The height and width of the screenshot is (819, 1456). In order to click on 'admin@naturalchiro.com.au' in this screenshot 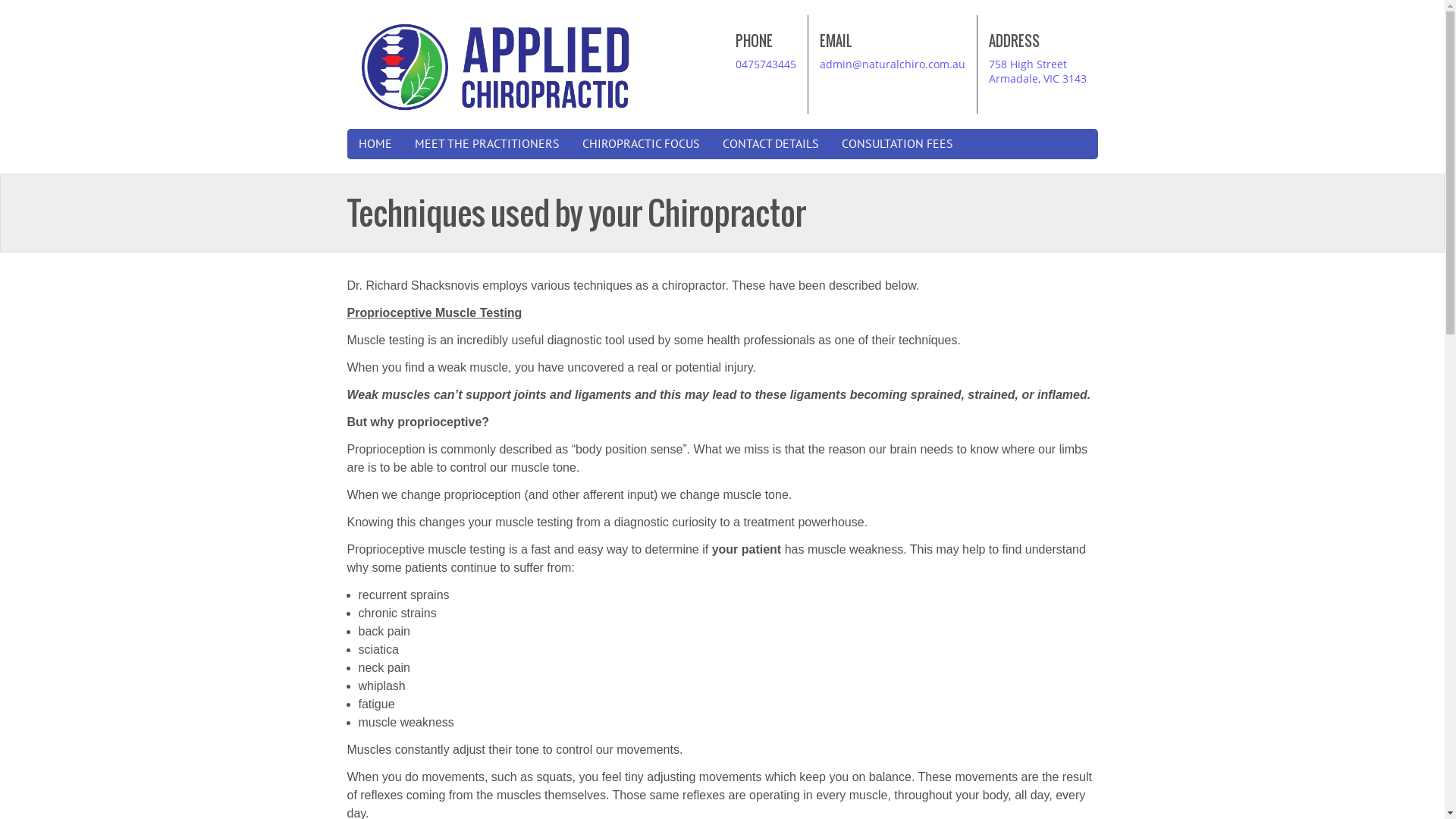, I will do `click(818, 63)`.